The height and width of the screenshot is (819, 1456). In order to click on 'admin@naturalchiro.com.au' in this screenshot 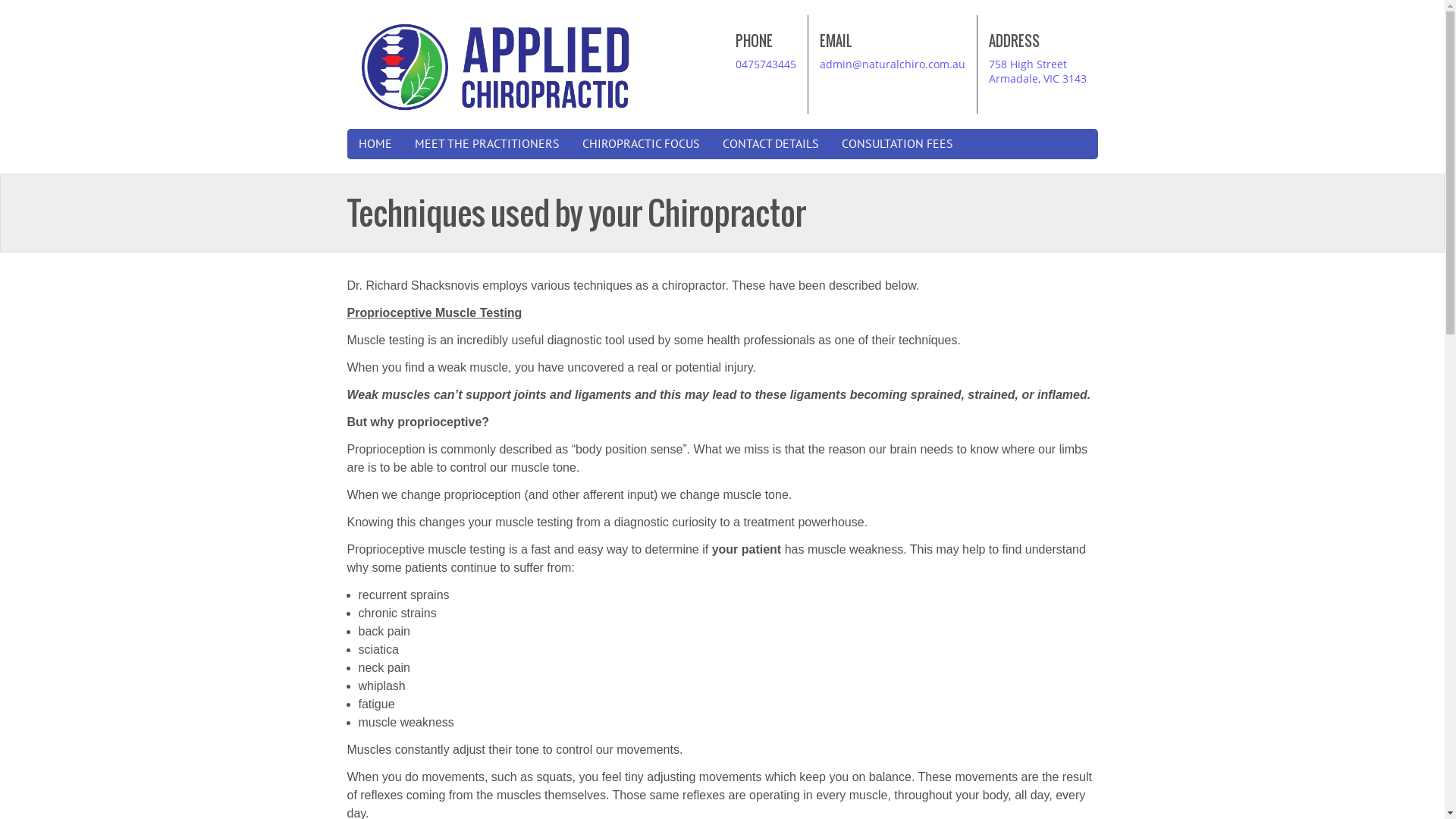, I will do `click(818, 63)`.